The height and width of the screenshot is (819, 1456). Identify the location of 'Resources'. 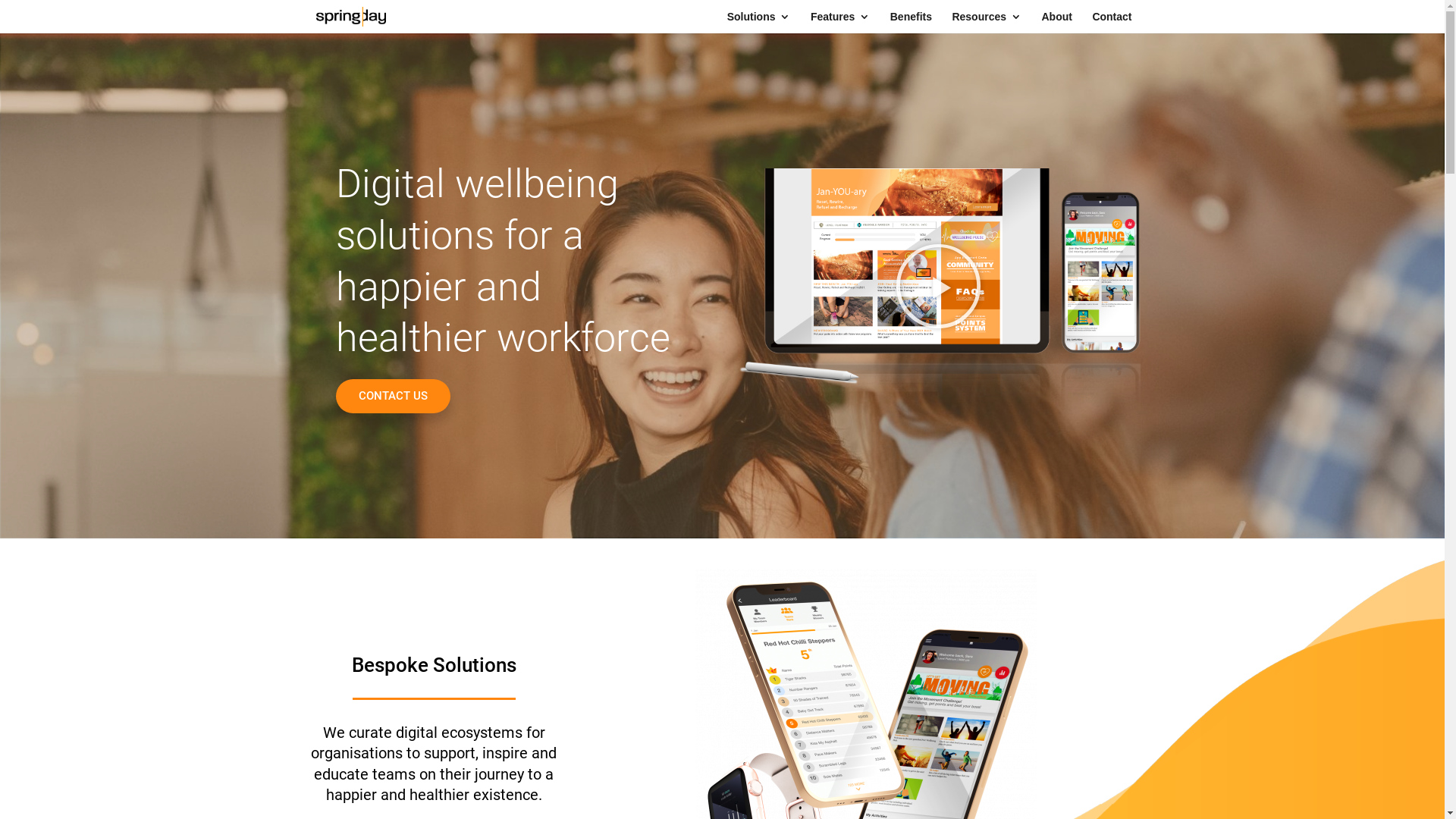
(986, 22).